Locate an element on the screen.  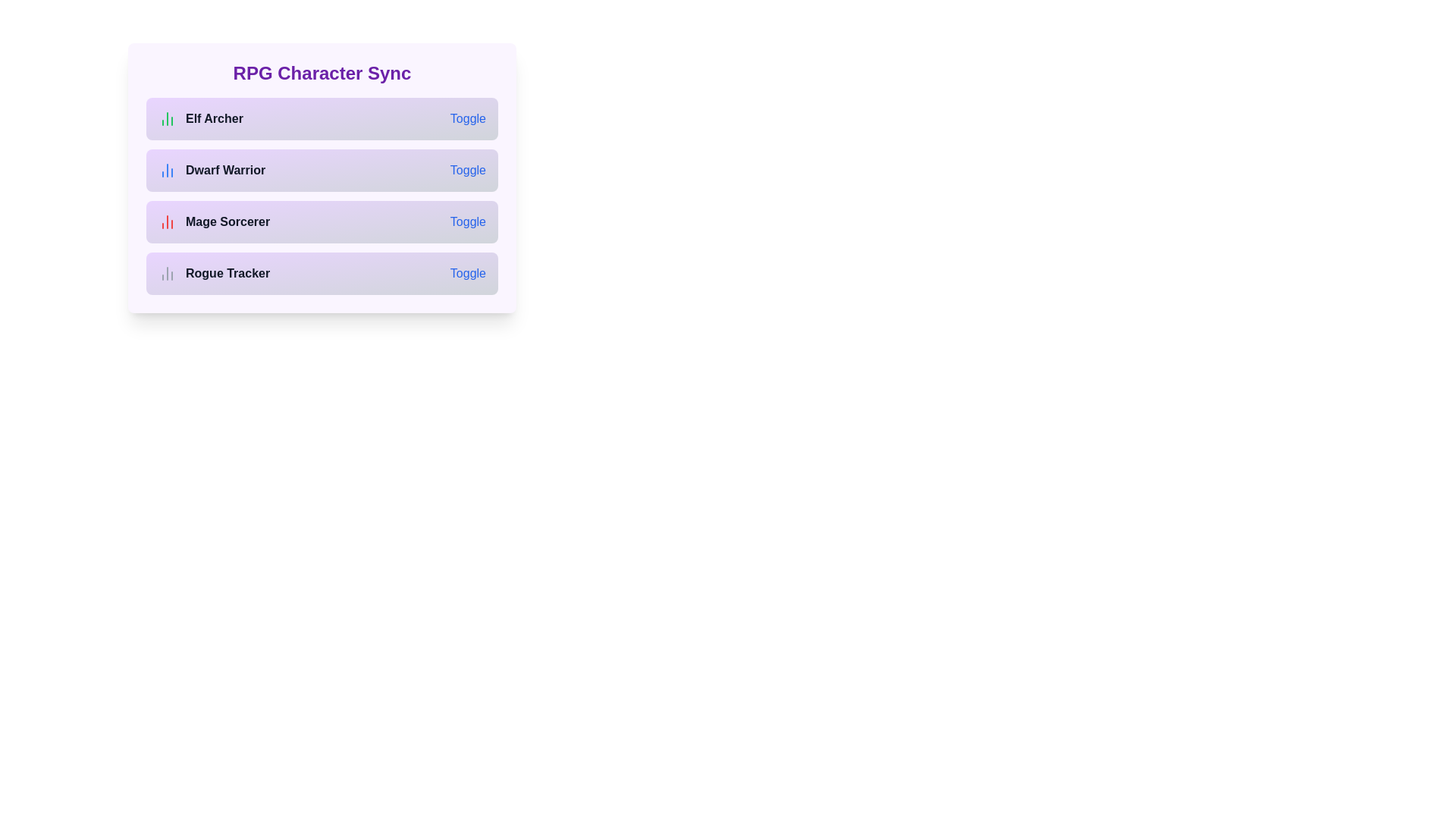
the 'Dwarf Warrior' text element with a blue chart icon is located at coordinates (211, 170).